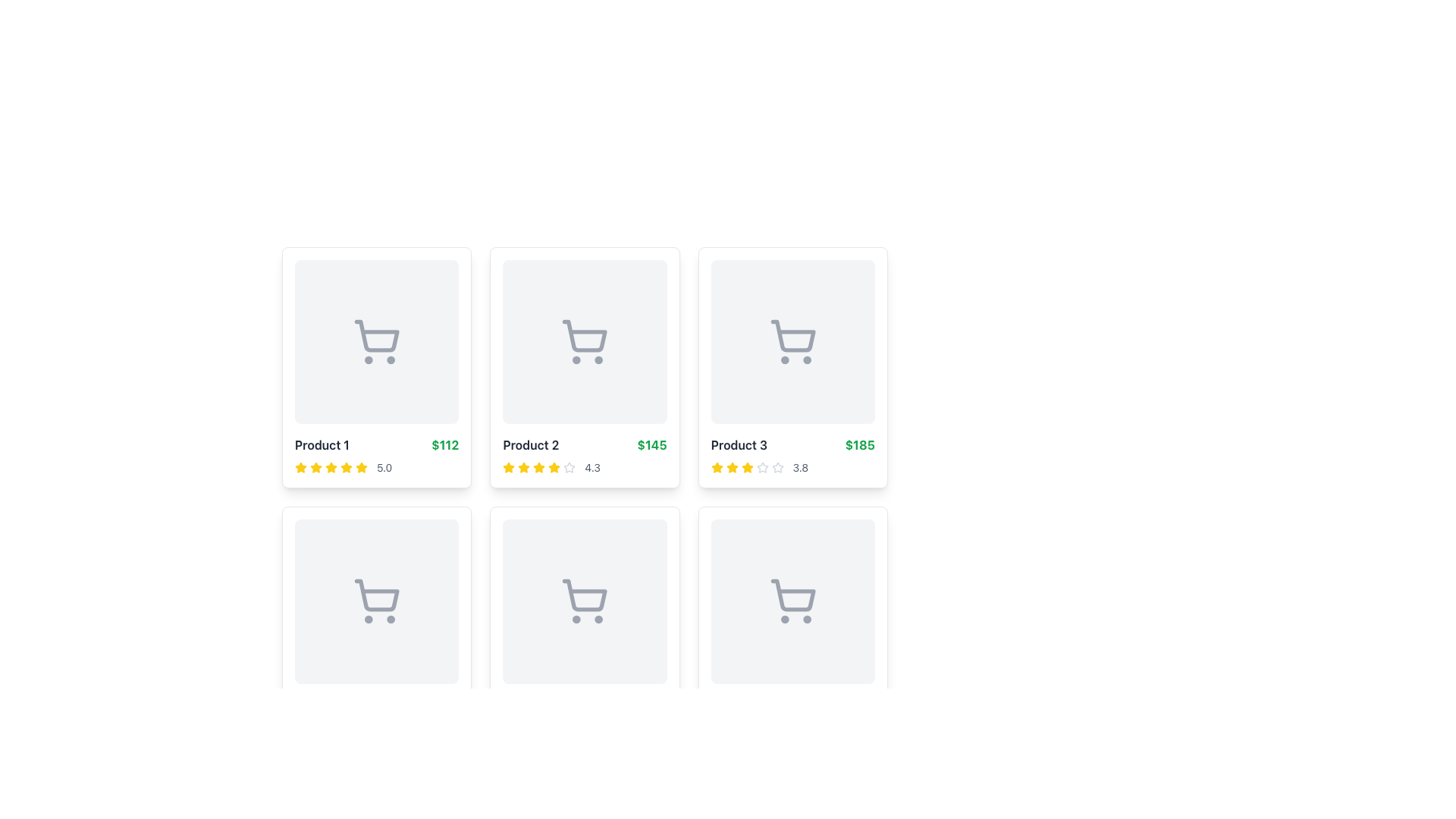 This screenshot has height=819, width=1456. I want to click on the product card labeled 'Product 2' which contains a shopping cart icon, the price '$145' in green, and a rating of '4.3' with four yellow stars, so click(584, 368).